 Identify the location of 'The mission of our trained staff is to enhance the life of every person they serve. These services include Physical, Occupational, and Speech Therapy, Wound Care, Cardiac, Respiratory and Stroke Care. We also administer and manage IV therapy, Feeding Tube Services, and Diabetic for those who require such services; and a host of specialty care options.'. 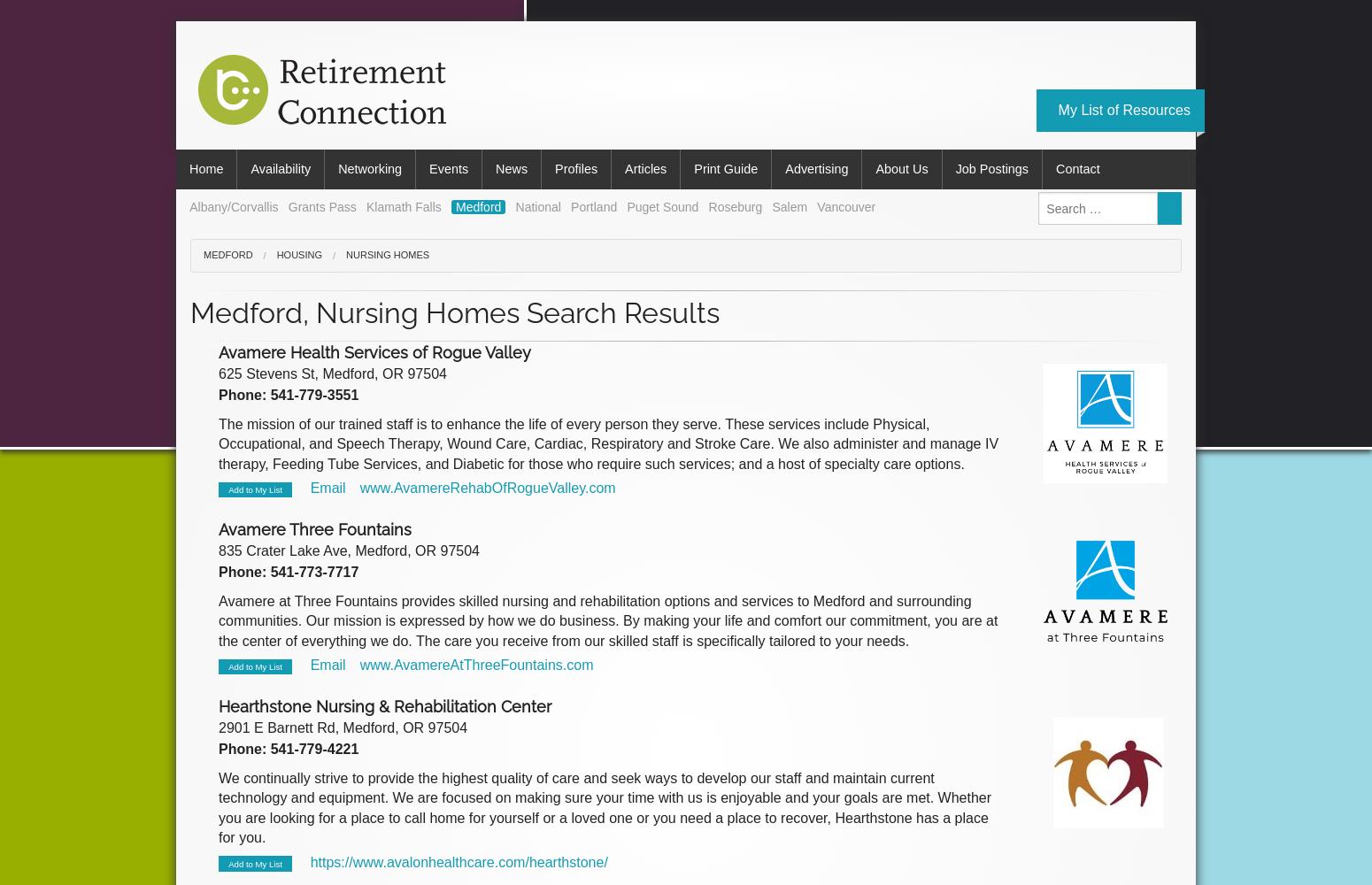
(607, 443).